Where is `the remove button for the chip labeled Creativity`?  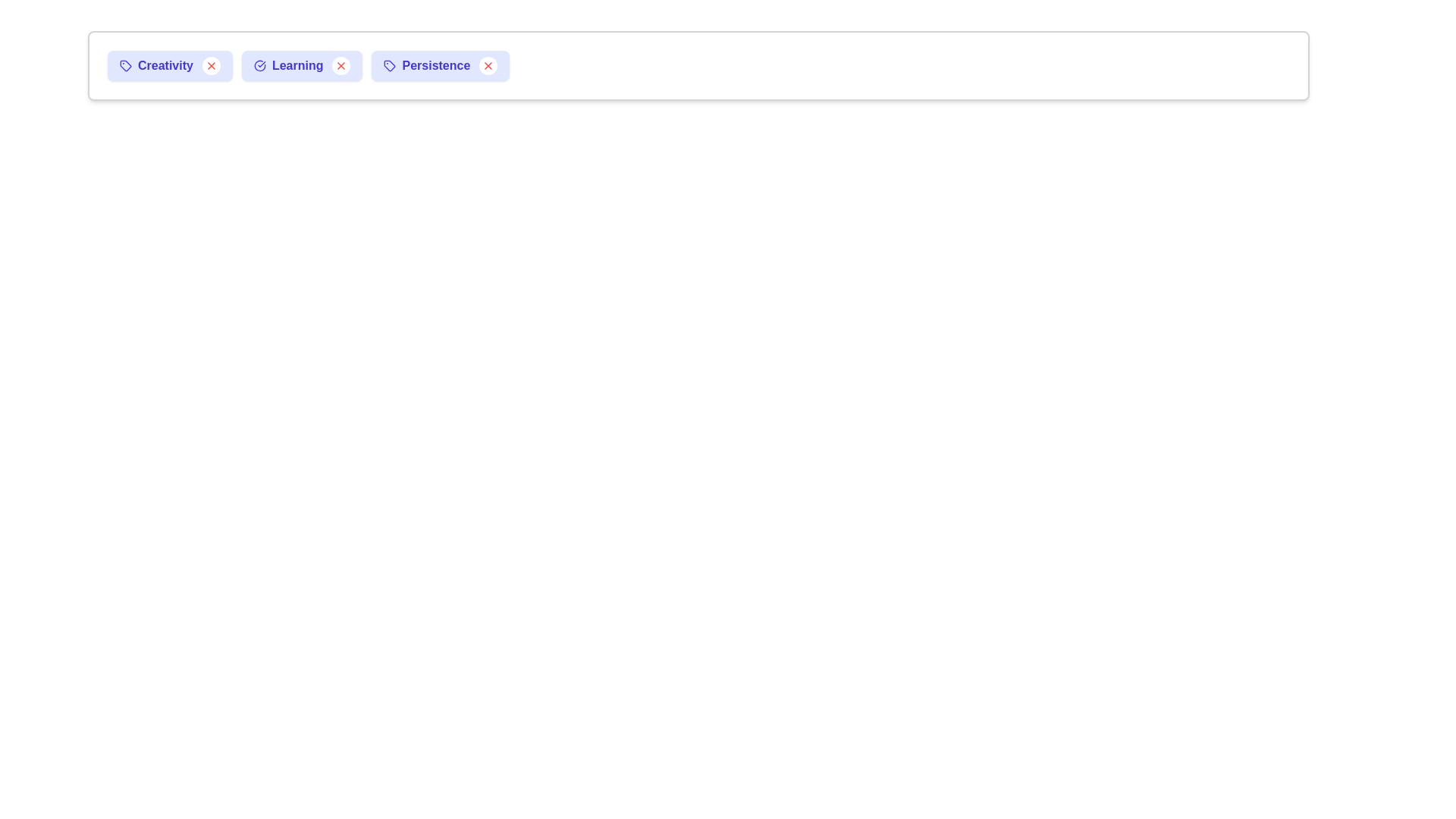 the remove button for the chip labeled Creativity is located at coordinates (210, 65).